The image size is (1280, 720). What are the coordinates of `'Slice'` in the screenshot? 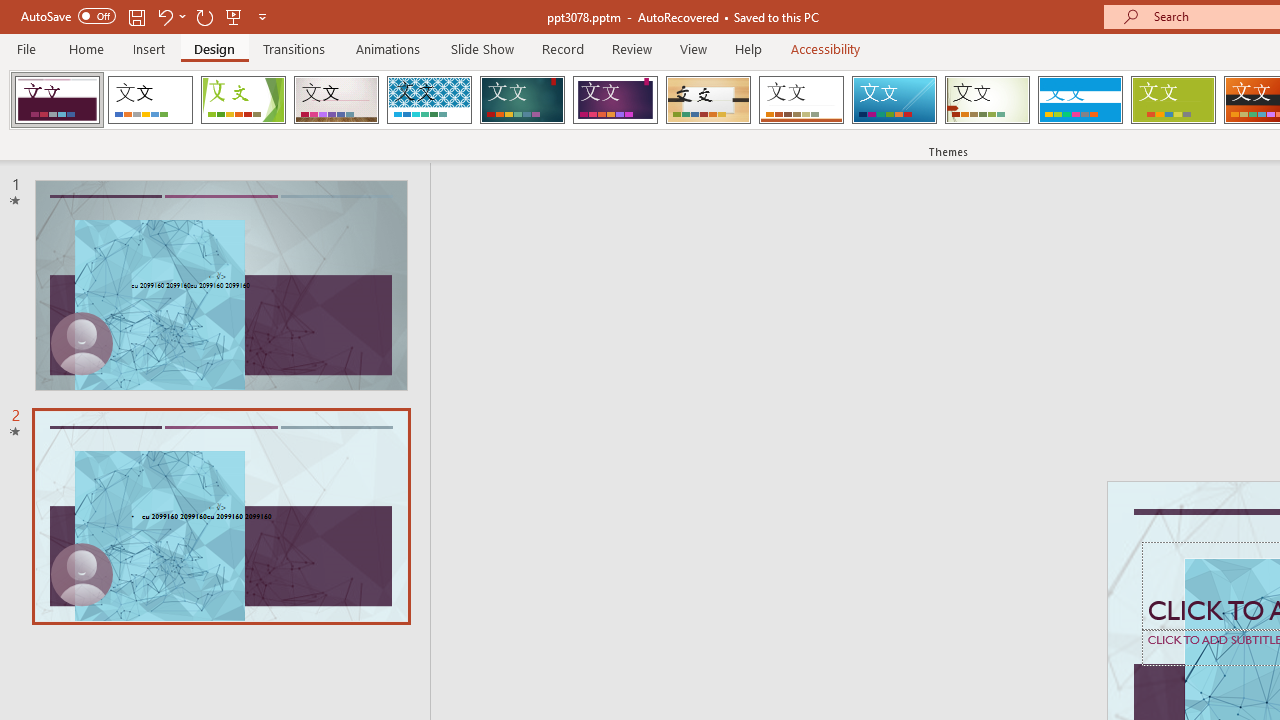 It's located at (893, 100).